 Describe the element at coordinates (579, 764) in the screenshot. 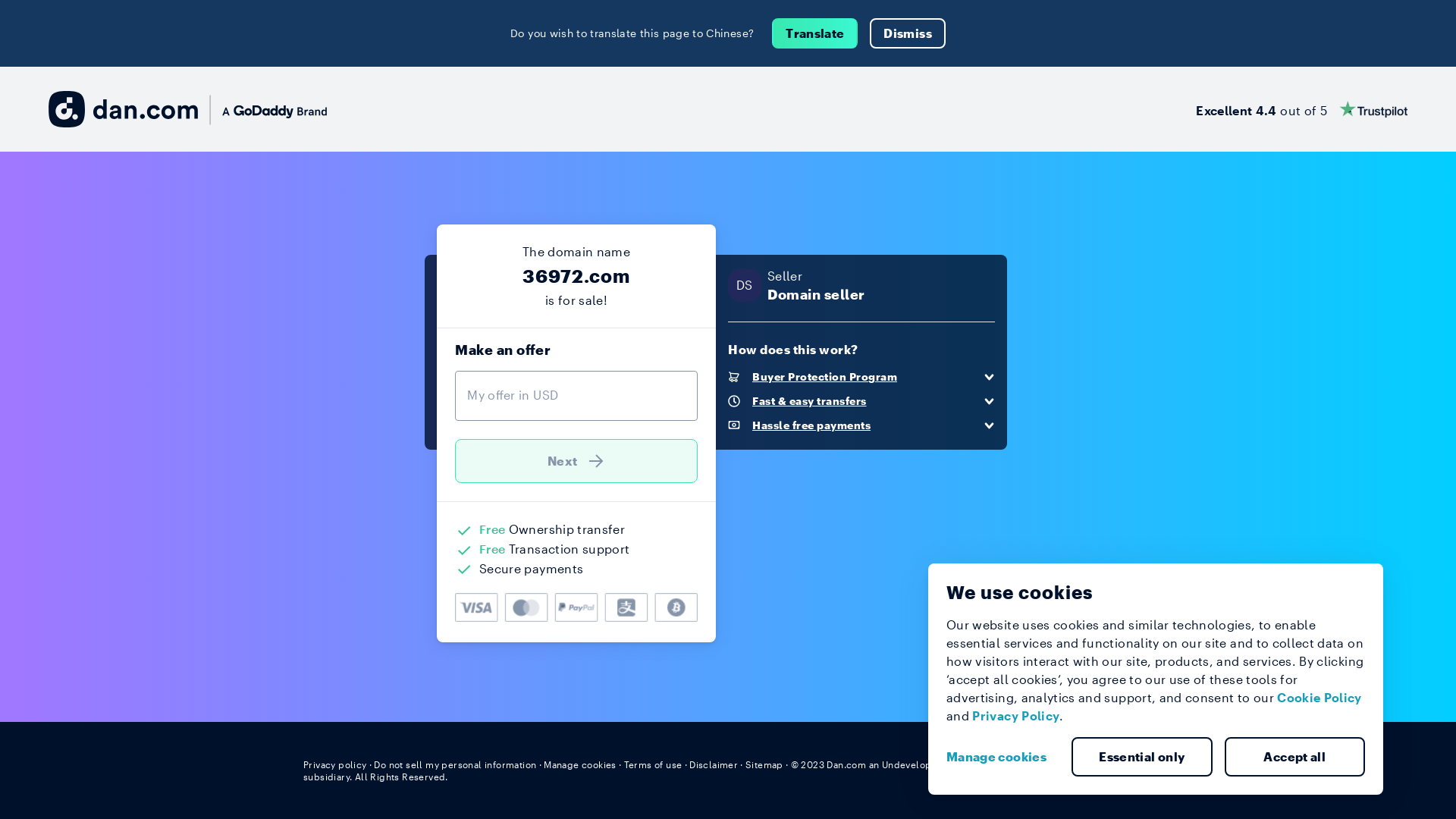

I see `'Manage cookies'` at that location.